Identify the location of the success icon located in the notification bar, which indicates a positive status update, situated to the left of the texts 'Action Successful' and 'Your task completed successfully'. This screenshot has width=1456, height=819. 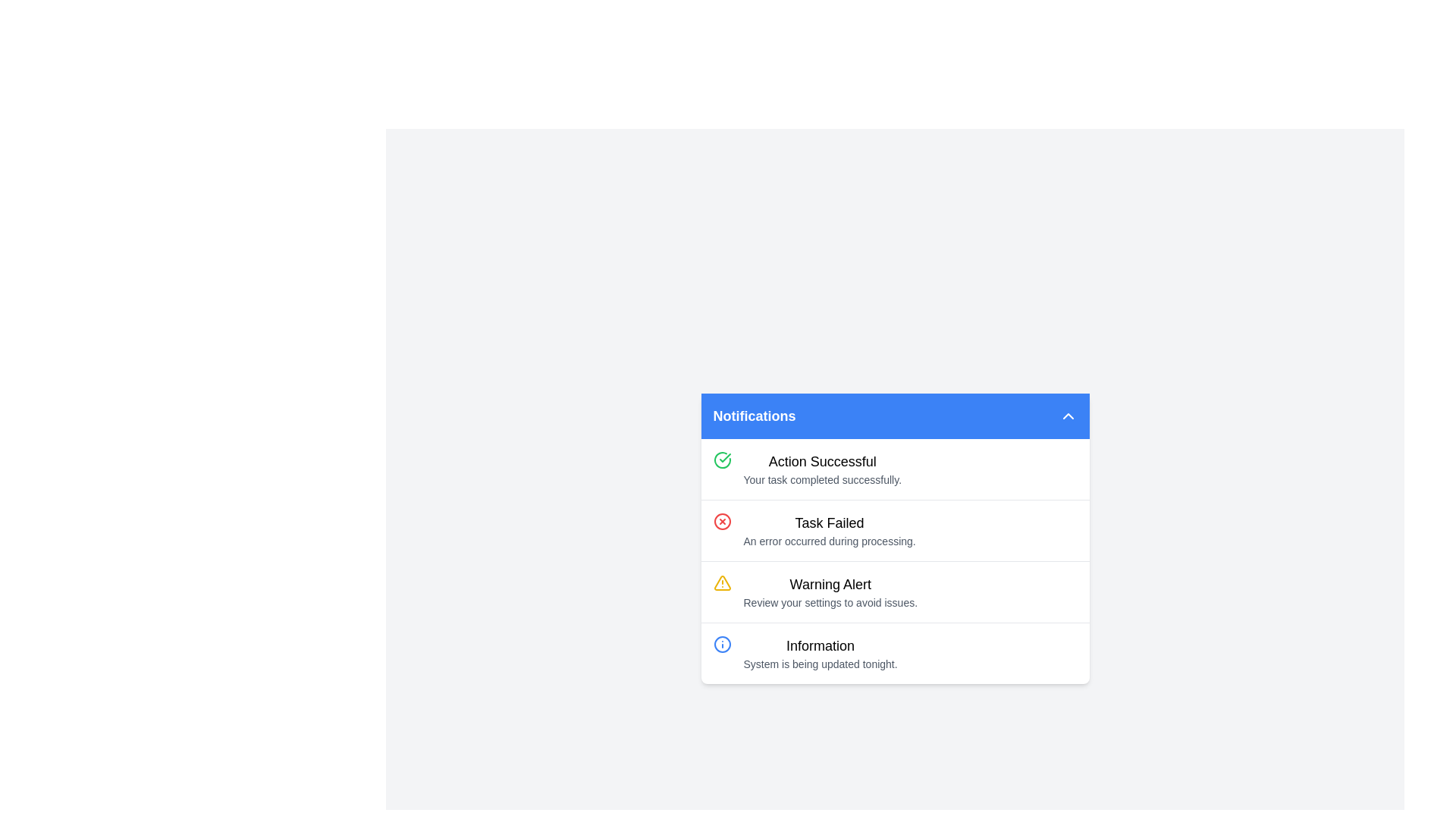
(721, 459).